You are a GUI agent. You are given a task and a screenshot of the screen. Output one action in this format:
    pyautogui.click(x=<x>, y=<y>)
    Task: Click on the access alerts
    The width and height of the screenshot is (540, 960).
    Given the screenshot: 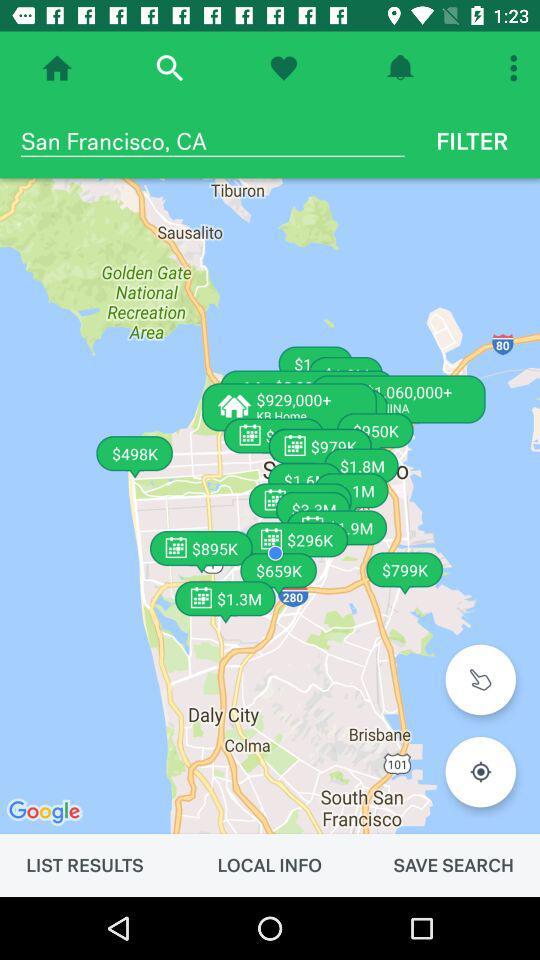 What is the action you would take?
    pyautogui.click(x=400, y=68)
    